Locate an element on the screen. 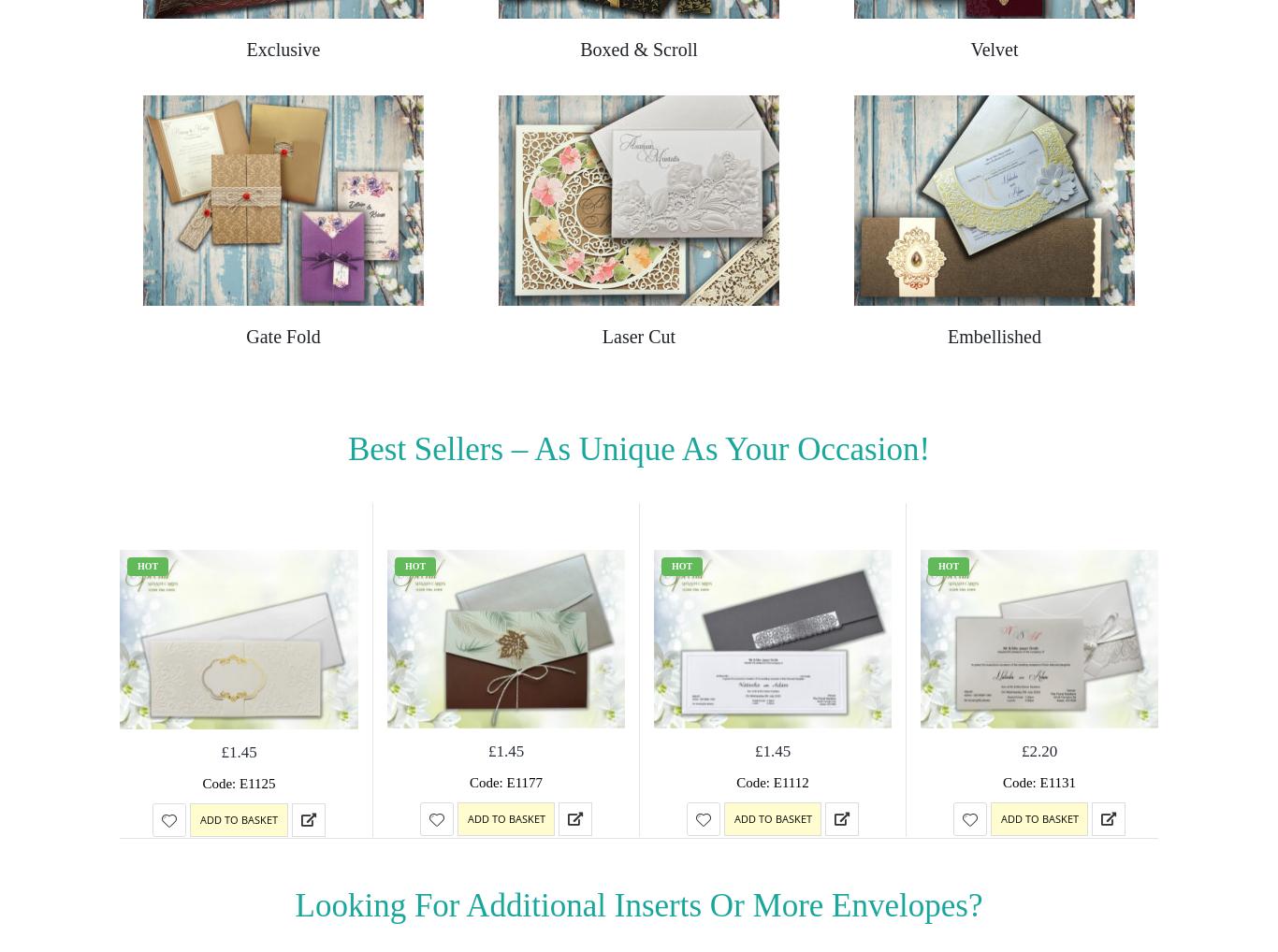 The image size is (1278, 952). 'Best Sellers – as Unique As Your Occasion!' is located at coordinates (637, 449).